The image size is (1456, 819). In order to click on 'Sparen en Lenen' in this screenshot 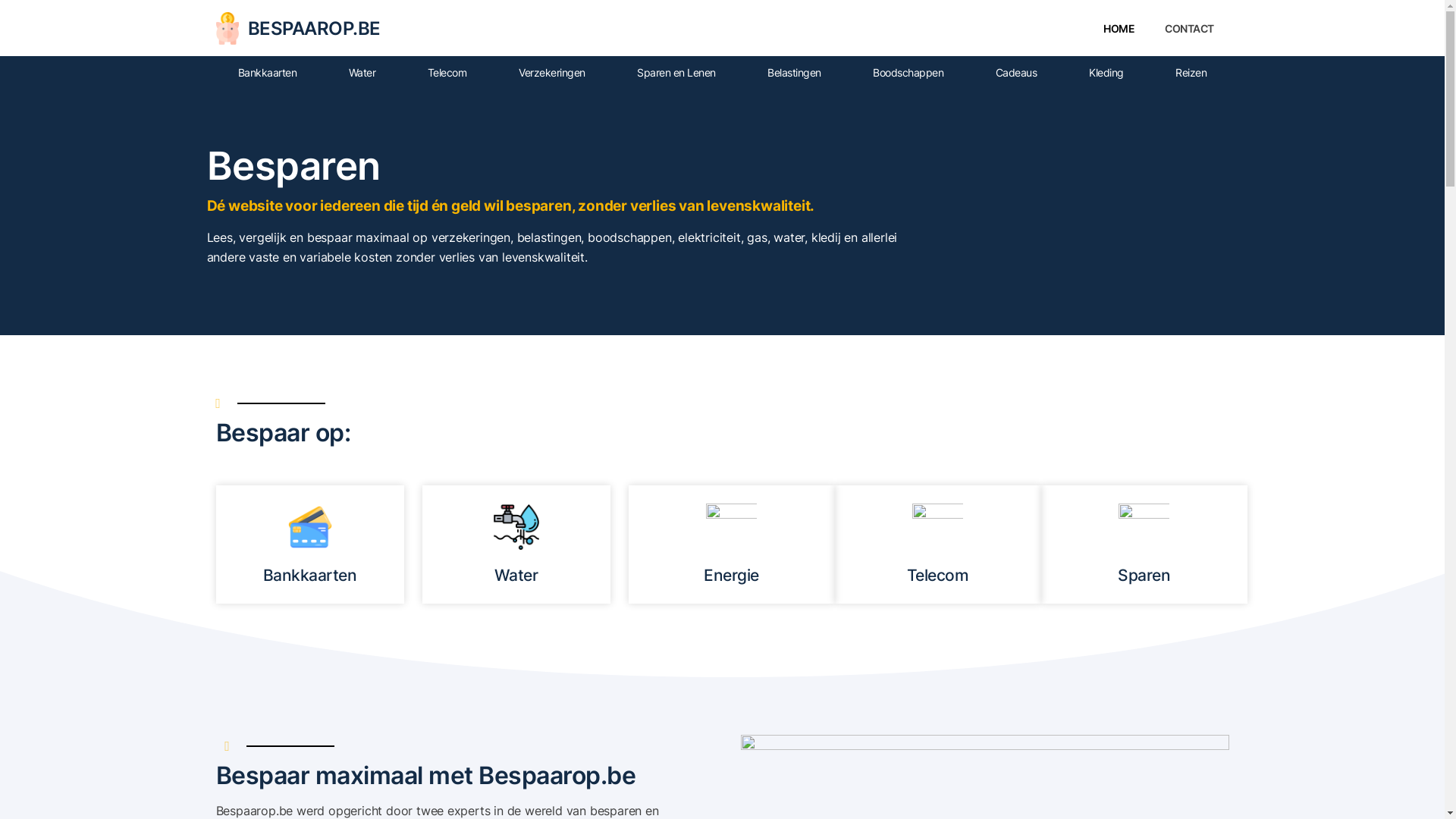, I will do `click(676, 73)`.